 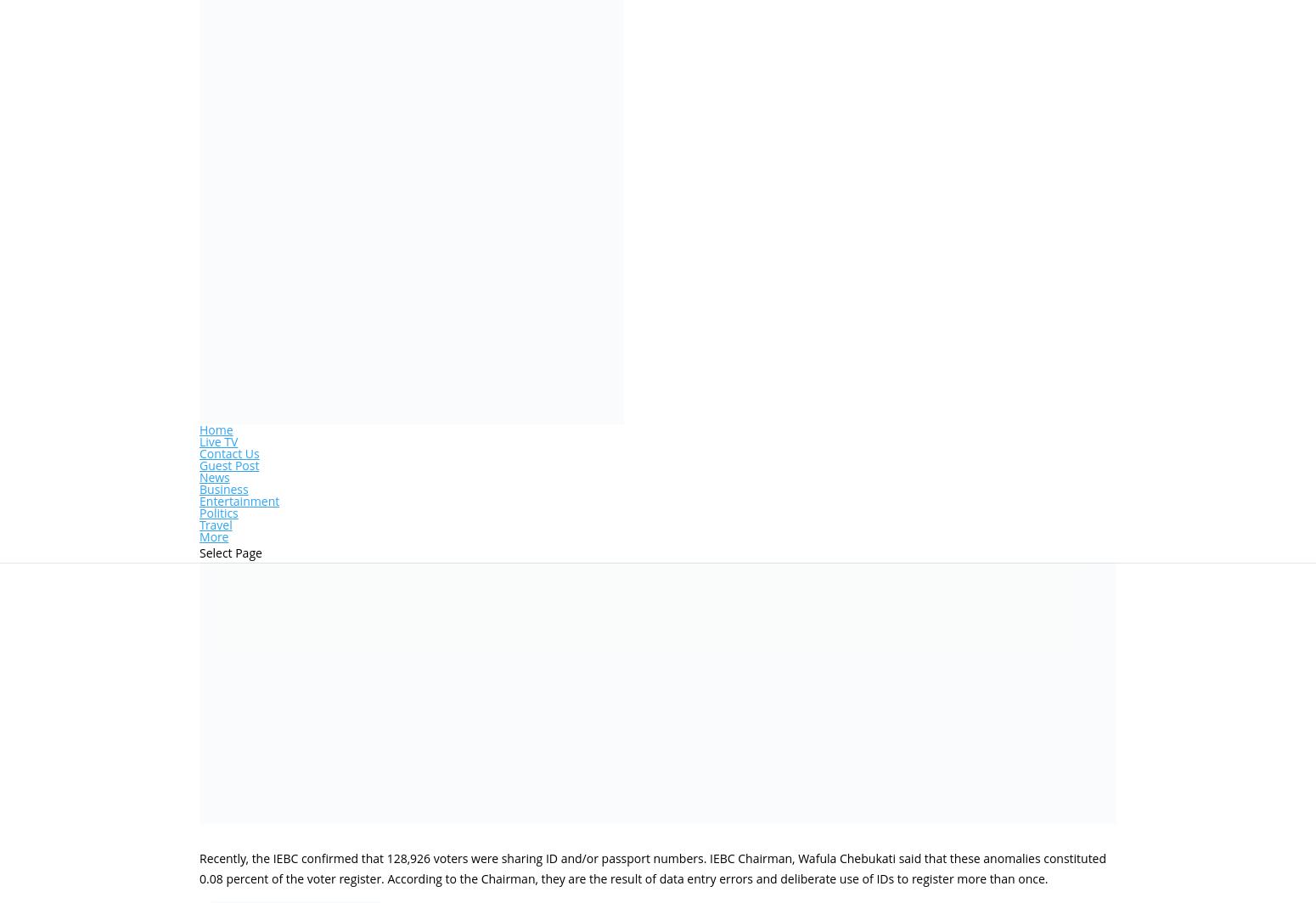 I want to click on '0 comments', so click(x=496, y=231).